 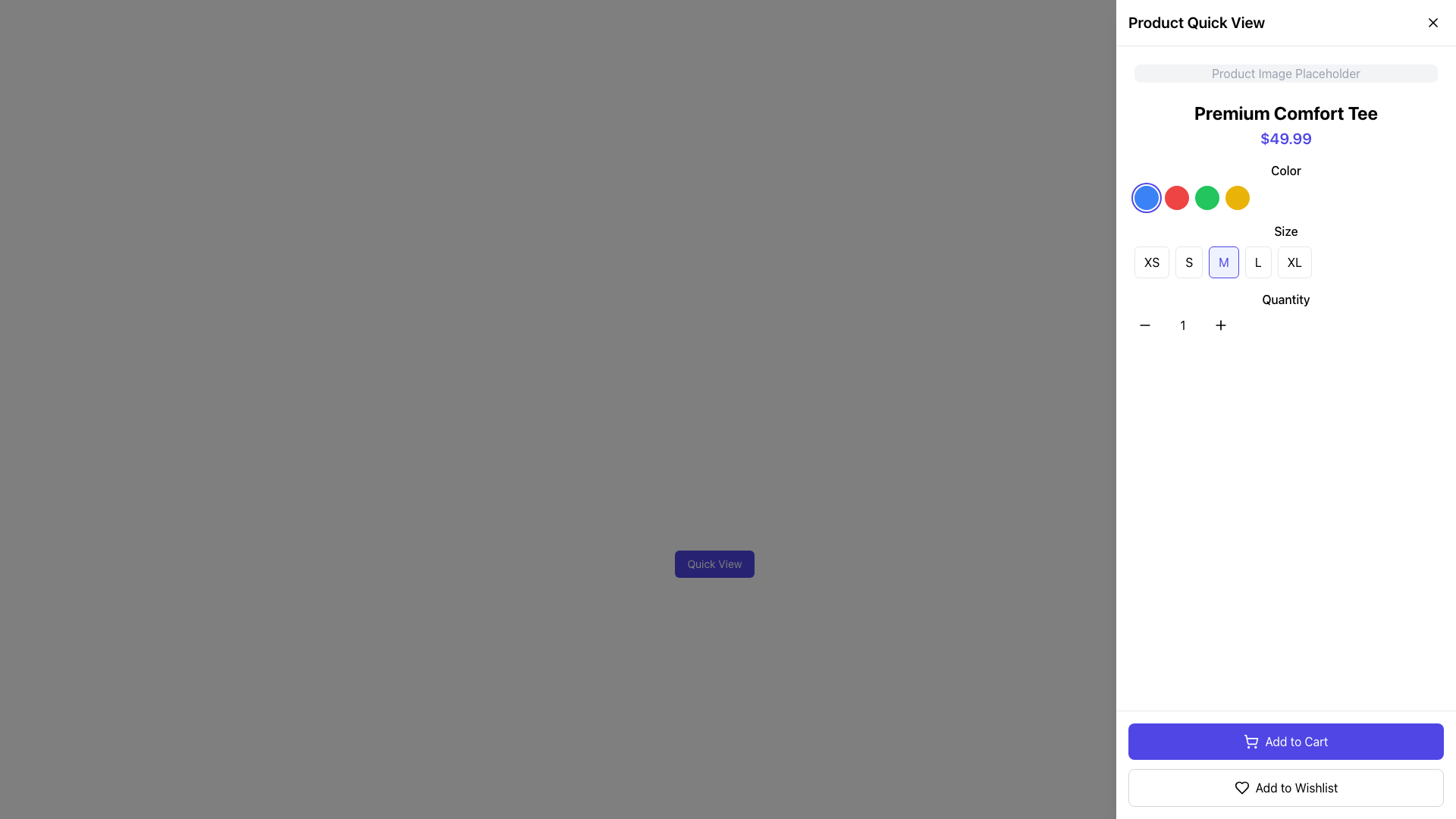 What do you see at coordinates (1251, 739) in the screenshot?
I see `the 'Add to Cart' button which contains the icon for adding items to the shopping cart, located at the bottom of the interface` at bounding box center [1251, 739].